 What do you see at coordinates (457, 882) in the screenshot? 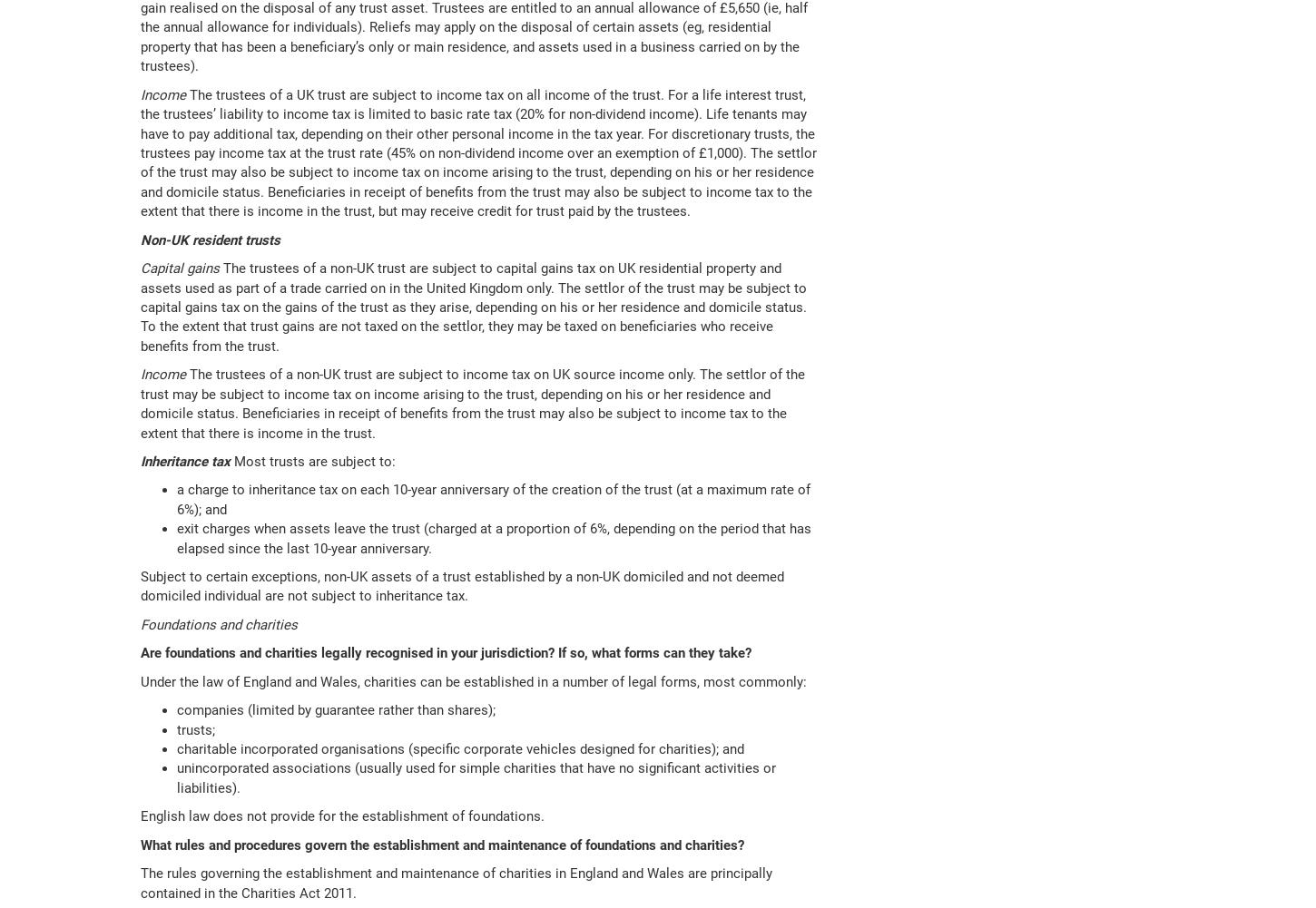
I see `'The rules governing the establishment and maintenance of charities in England and Wales are principally contained in the Charities Act 2011.'` at bounding box center [457, 882].